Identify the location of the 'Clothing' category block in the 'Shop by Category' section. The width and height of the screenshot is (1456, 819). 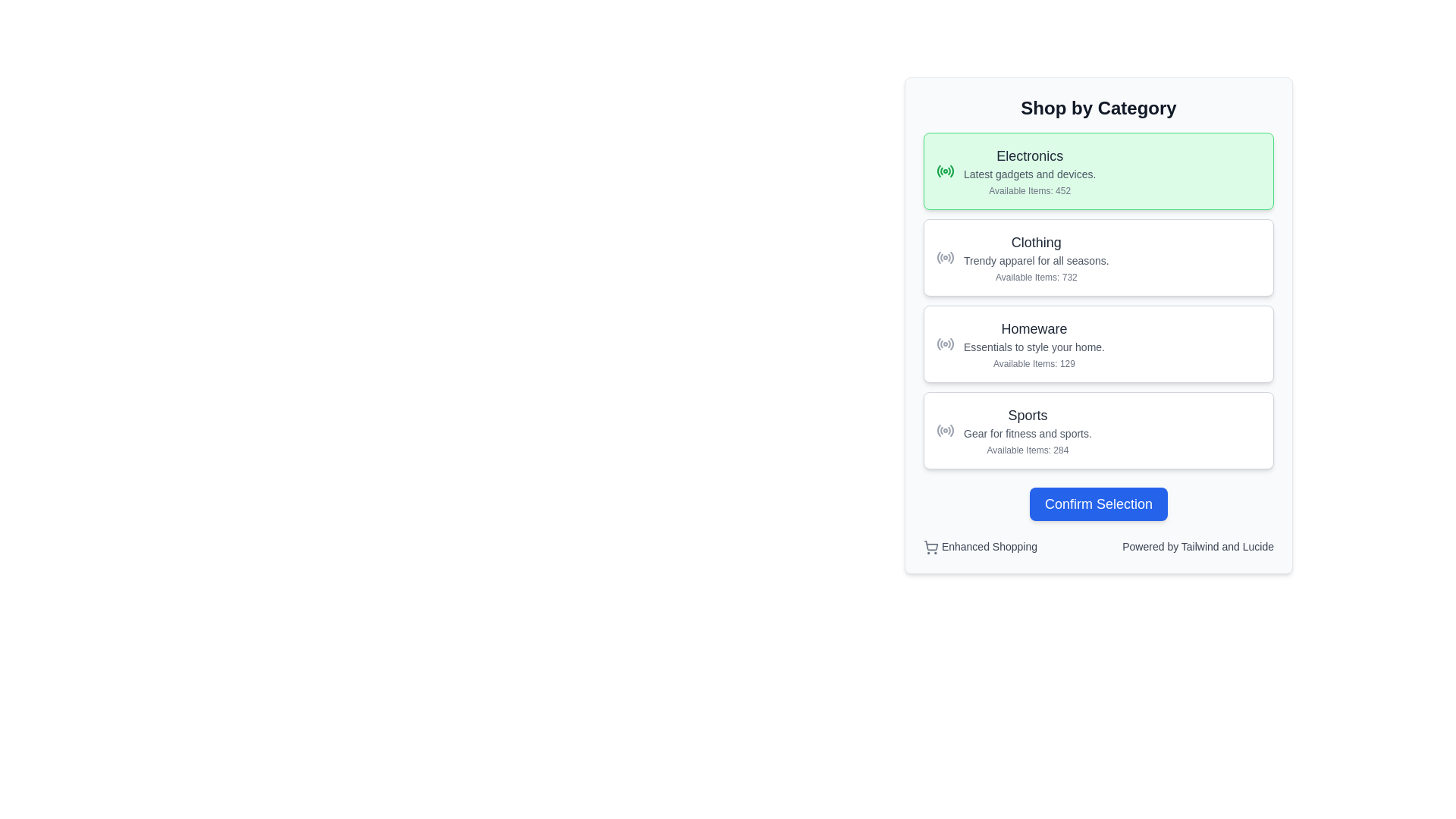
(1035, 256).